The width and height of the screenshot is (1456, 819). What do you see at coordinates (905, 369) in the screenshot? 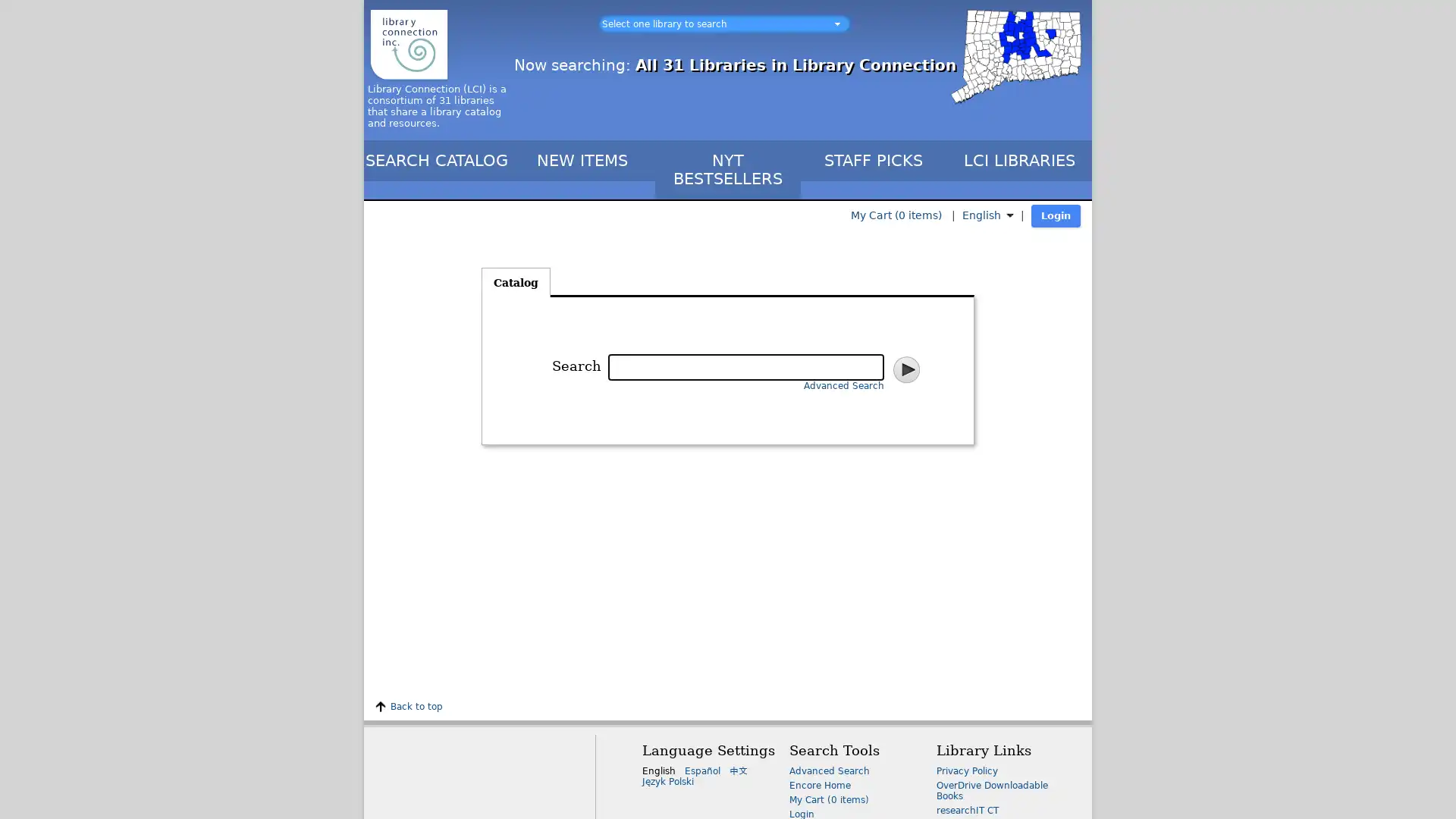
I see `Search` at bounding box center [905, 369].